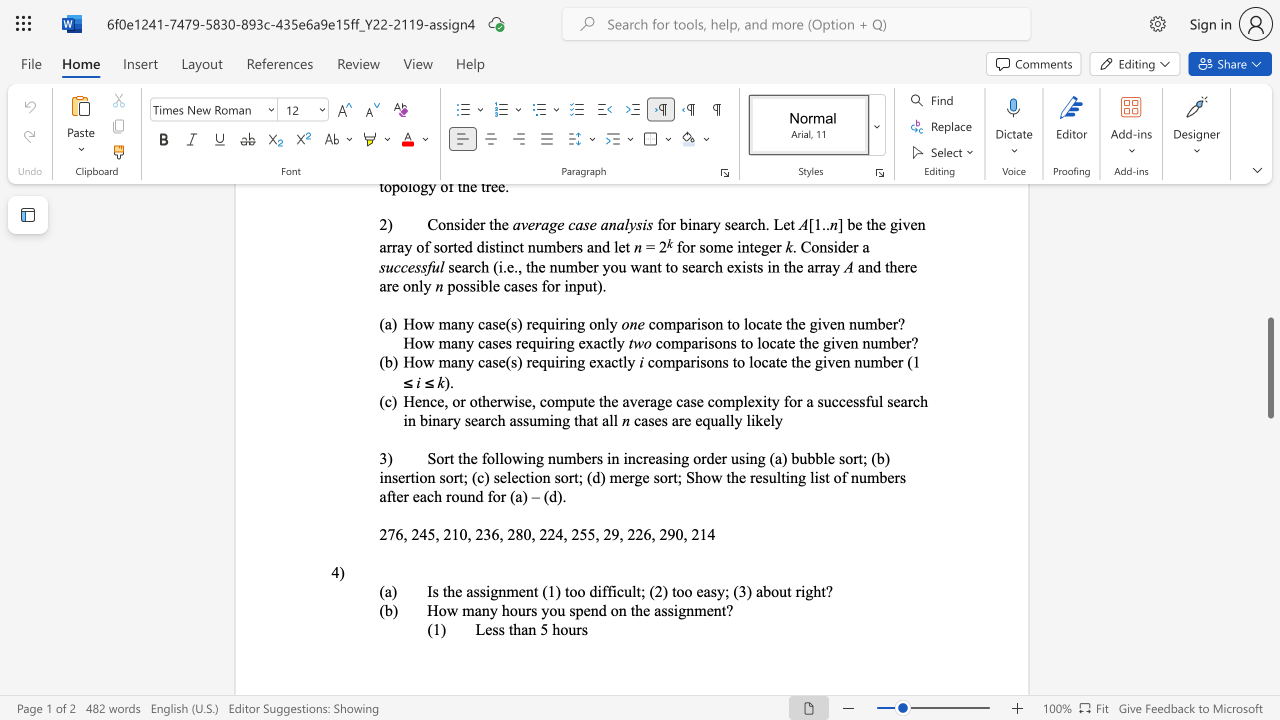 The height and width of the screenshot is (720, 1280). What do you see at coordinates (720, 590) in the screenshot?
I see `the 1th character "y" in the text` at bounding box center [720, 590].